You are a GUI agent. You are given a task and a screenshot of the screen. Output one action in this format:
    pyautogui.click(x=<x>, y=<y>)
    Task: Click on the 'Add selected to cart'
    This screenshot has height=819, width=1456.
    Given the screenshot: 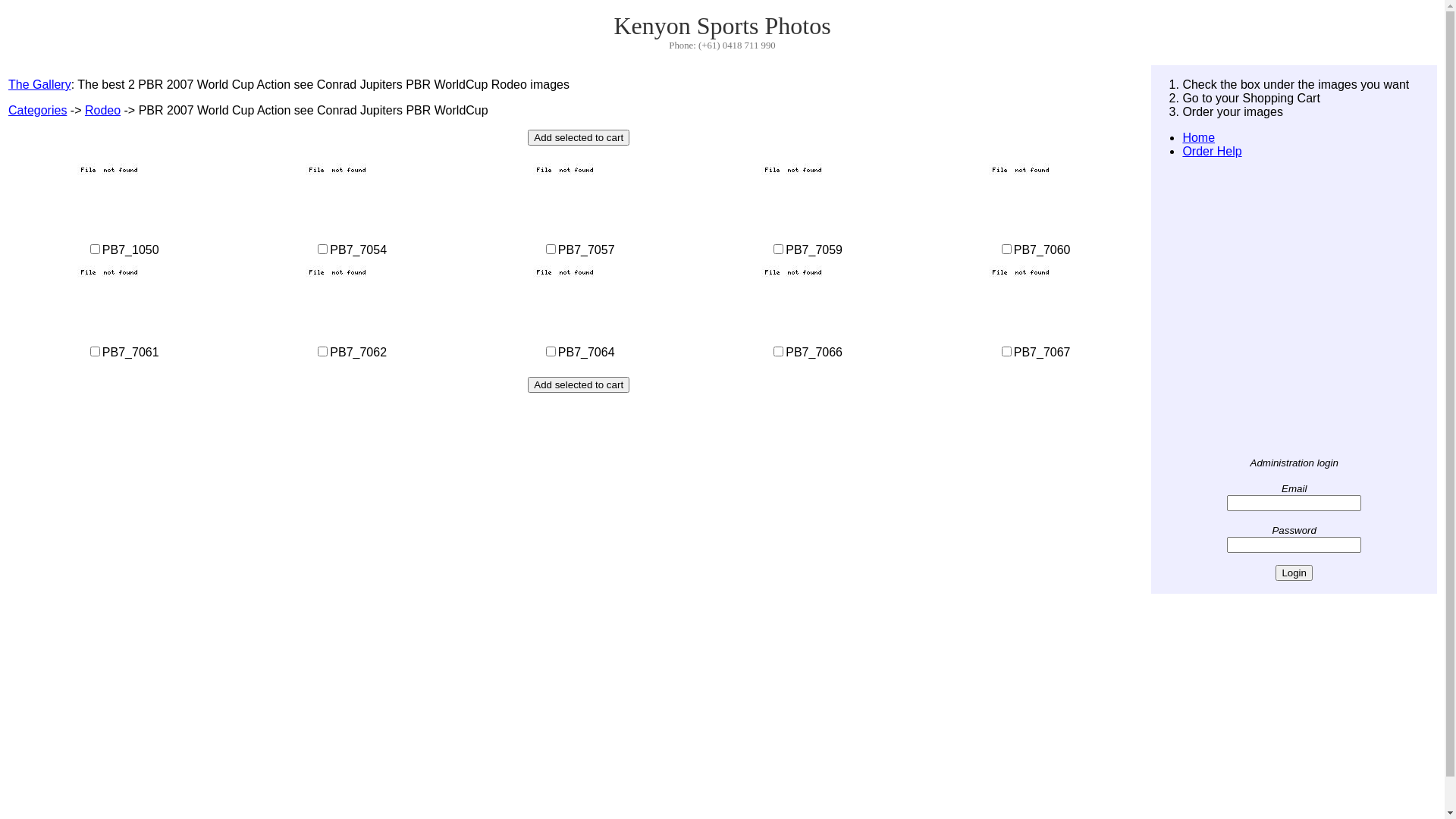 What is the action you would take?
    pyautogui.click(x=578, y=137)
    